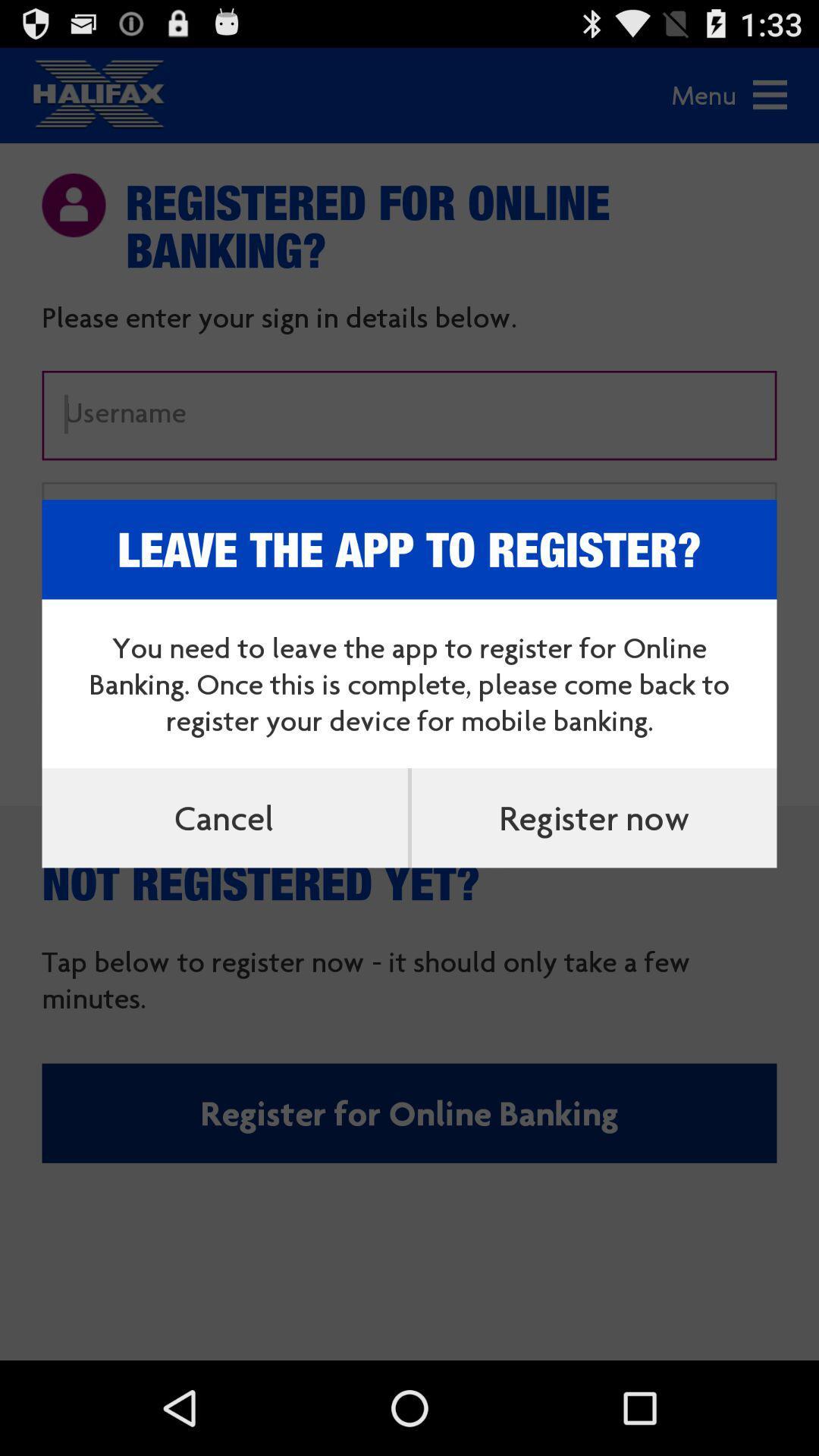  Describe the element at coordinates (593, 817) in the screenshot. I see `register now on the right` at that location.